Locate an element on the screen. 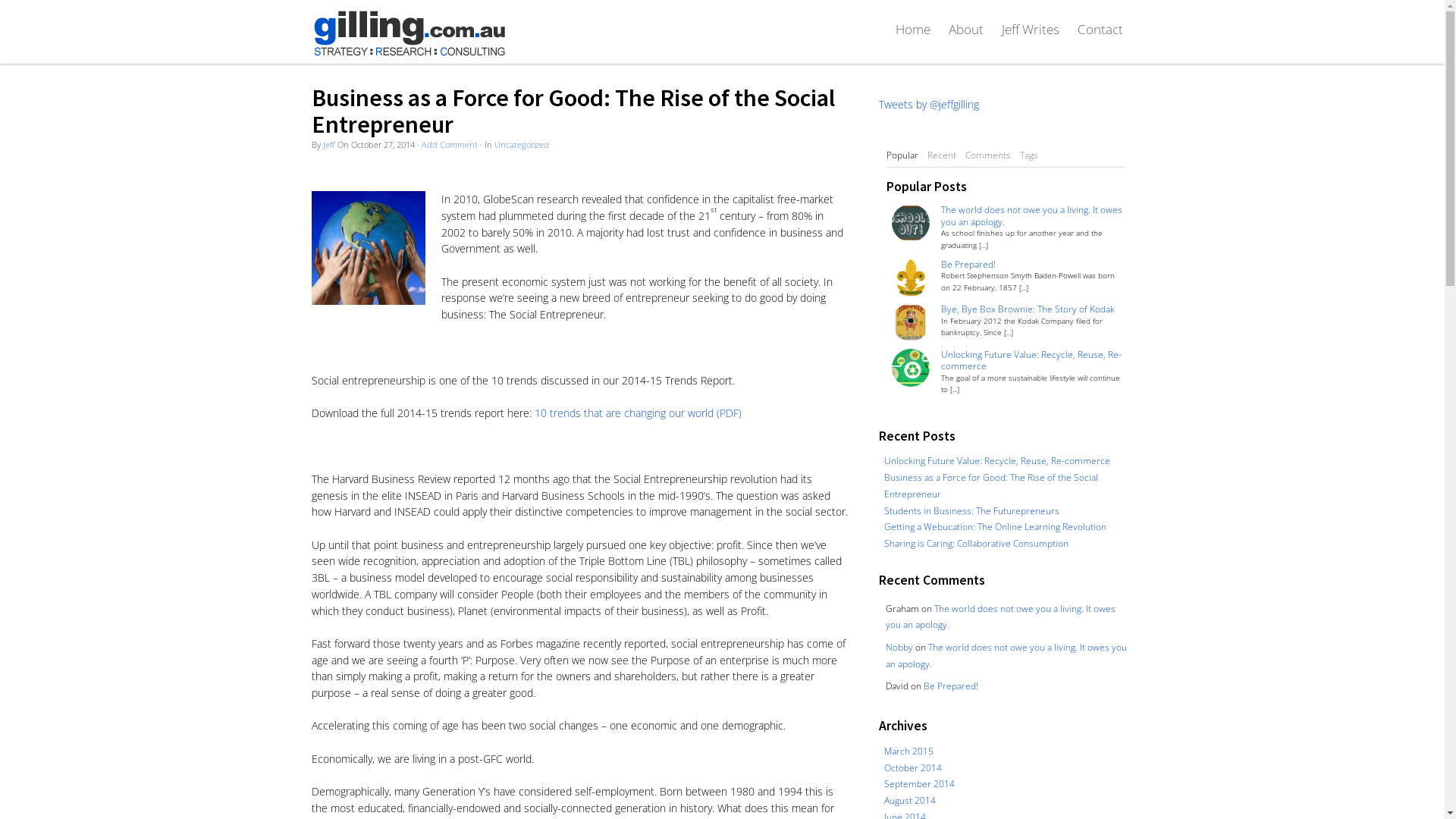 The image size is (1456, 819). 'Tweets by @jeffgilling' is located at coordinates (927, 103).